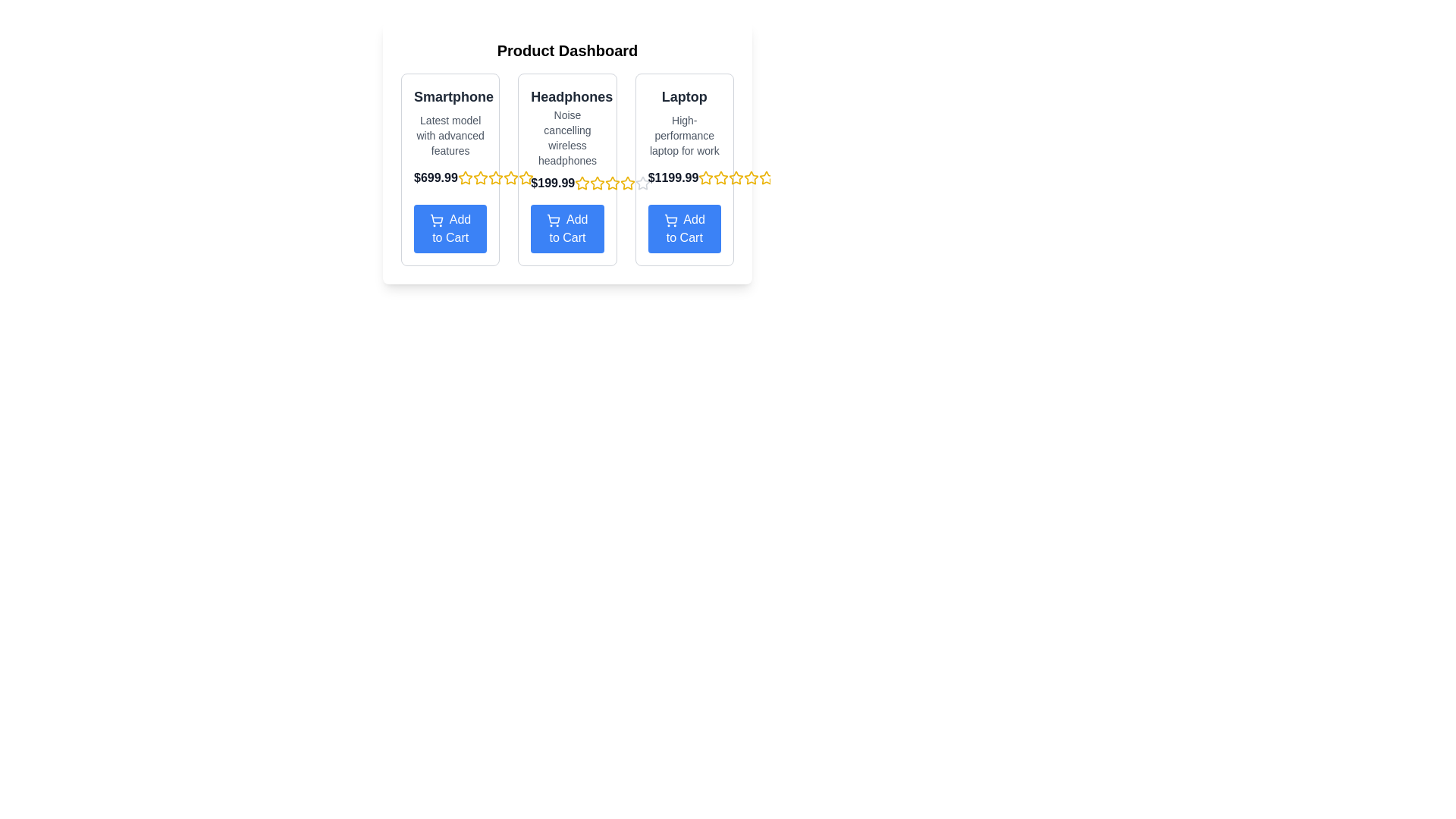 This screenshot has width=1456, height=819. Describe the element at coordinates (596, 181) in the screenshot. I see `the sixth yellow star icon outlined in black to rate the product 'Headphones'` at that location.